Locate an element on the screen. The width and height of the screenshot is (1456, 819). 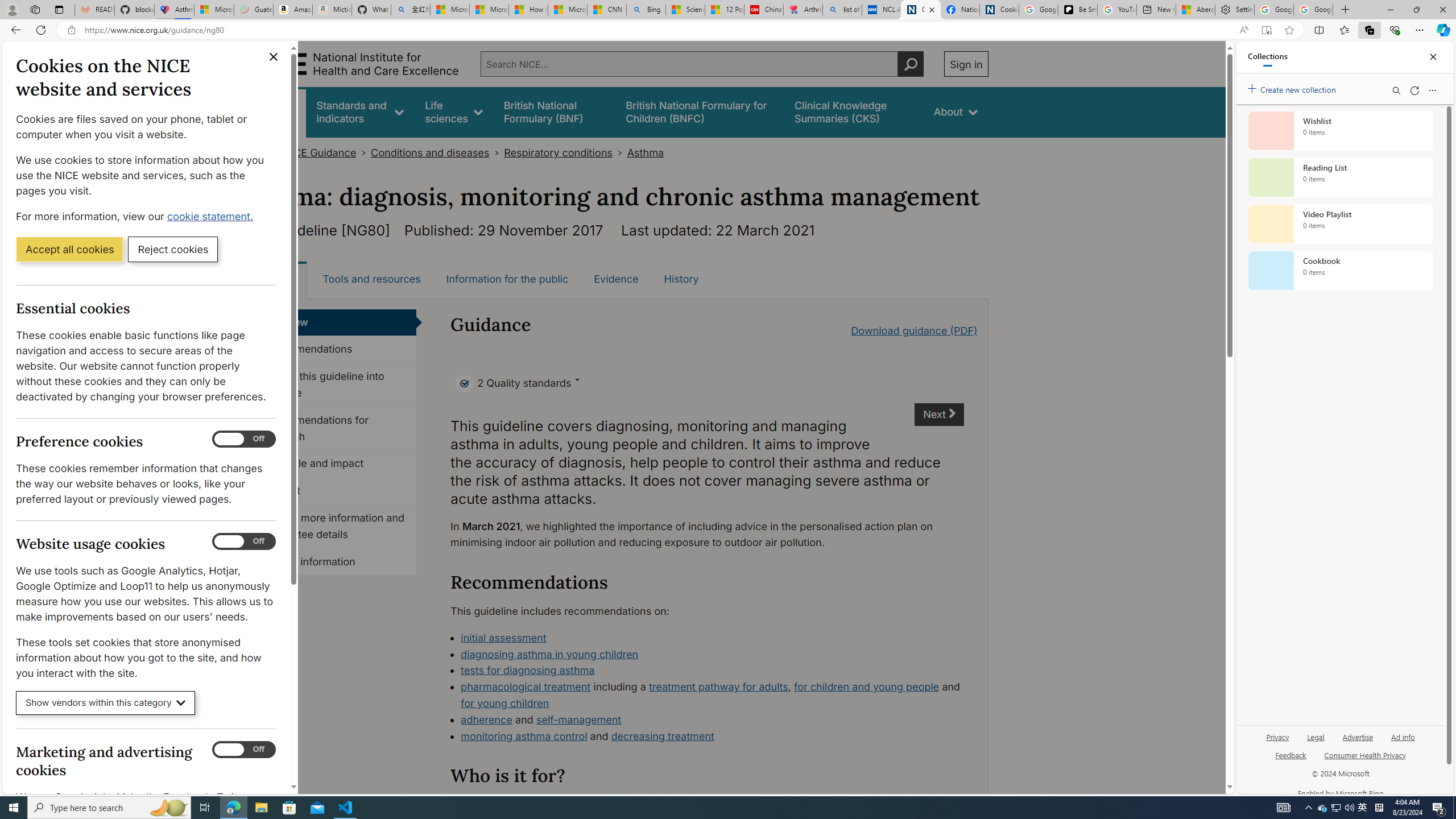
'initial assessment' is located at coordinates (503, 638).